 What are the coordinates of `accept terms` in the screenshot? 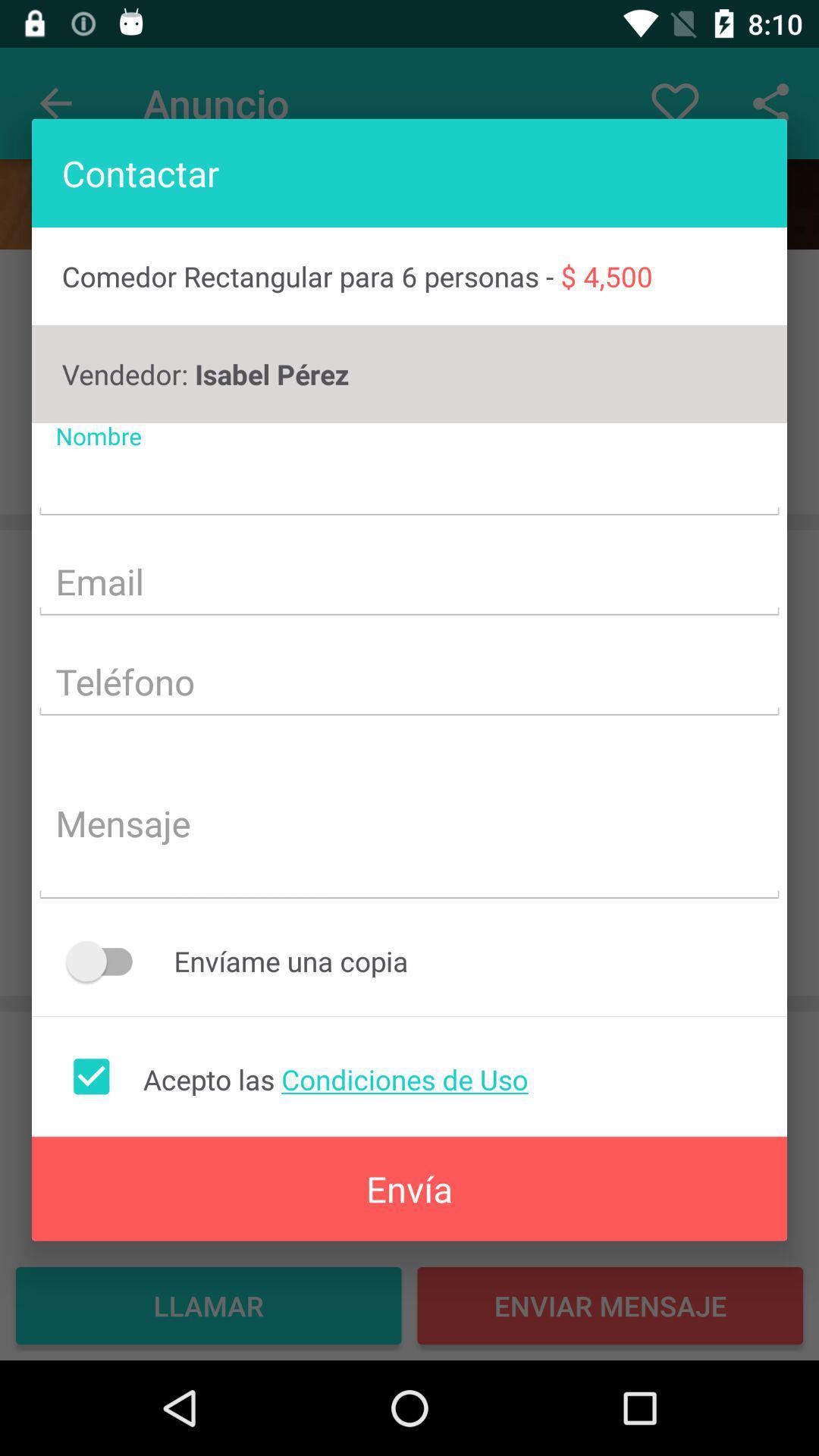 It's located at (91, 1075).